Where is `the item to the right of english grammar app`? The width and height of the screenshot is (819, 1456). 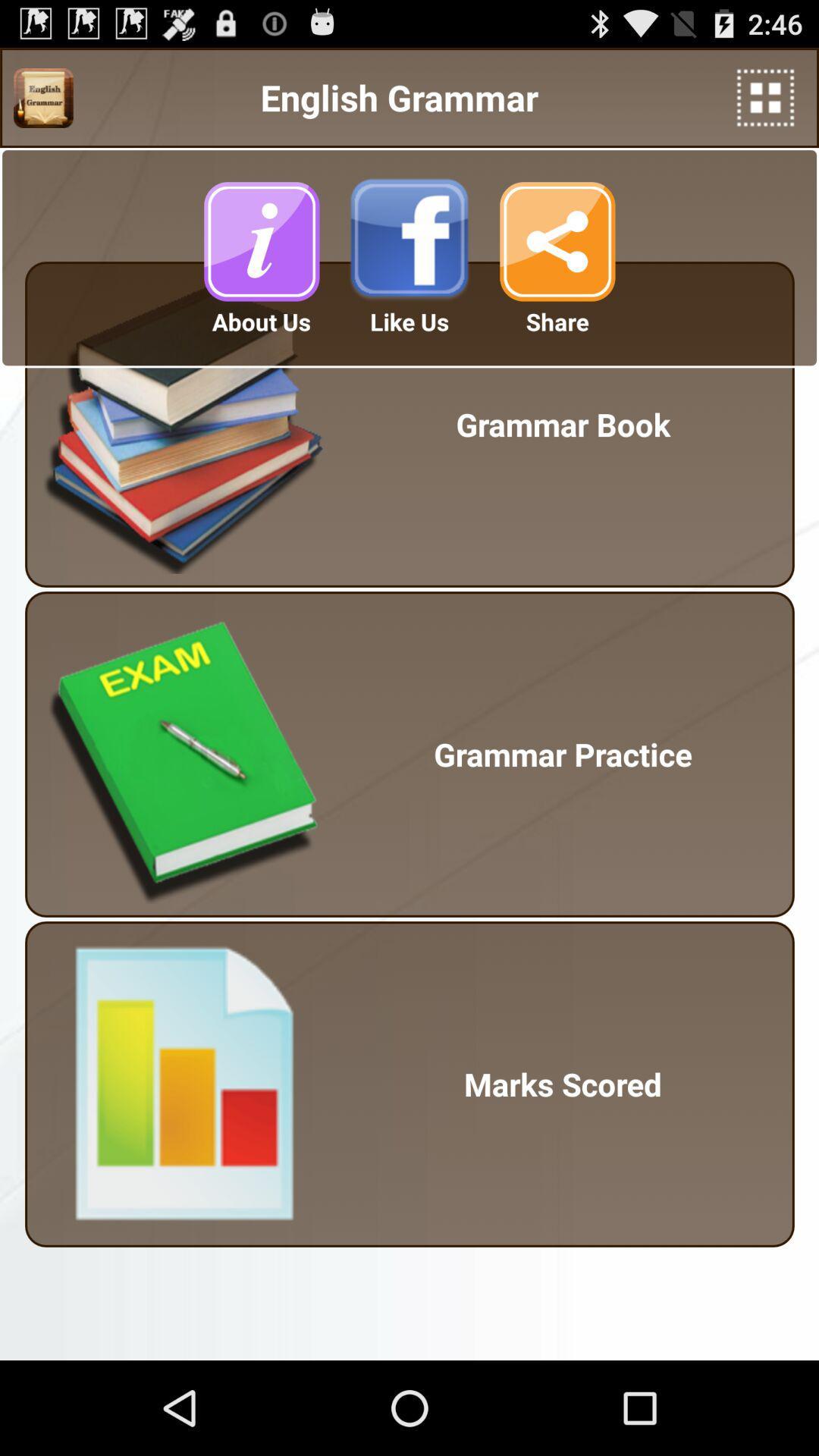 the item to the right of english grammar app is located at coordinates (765, 97).